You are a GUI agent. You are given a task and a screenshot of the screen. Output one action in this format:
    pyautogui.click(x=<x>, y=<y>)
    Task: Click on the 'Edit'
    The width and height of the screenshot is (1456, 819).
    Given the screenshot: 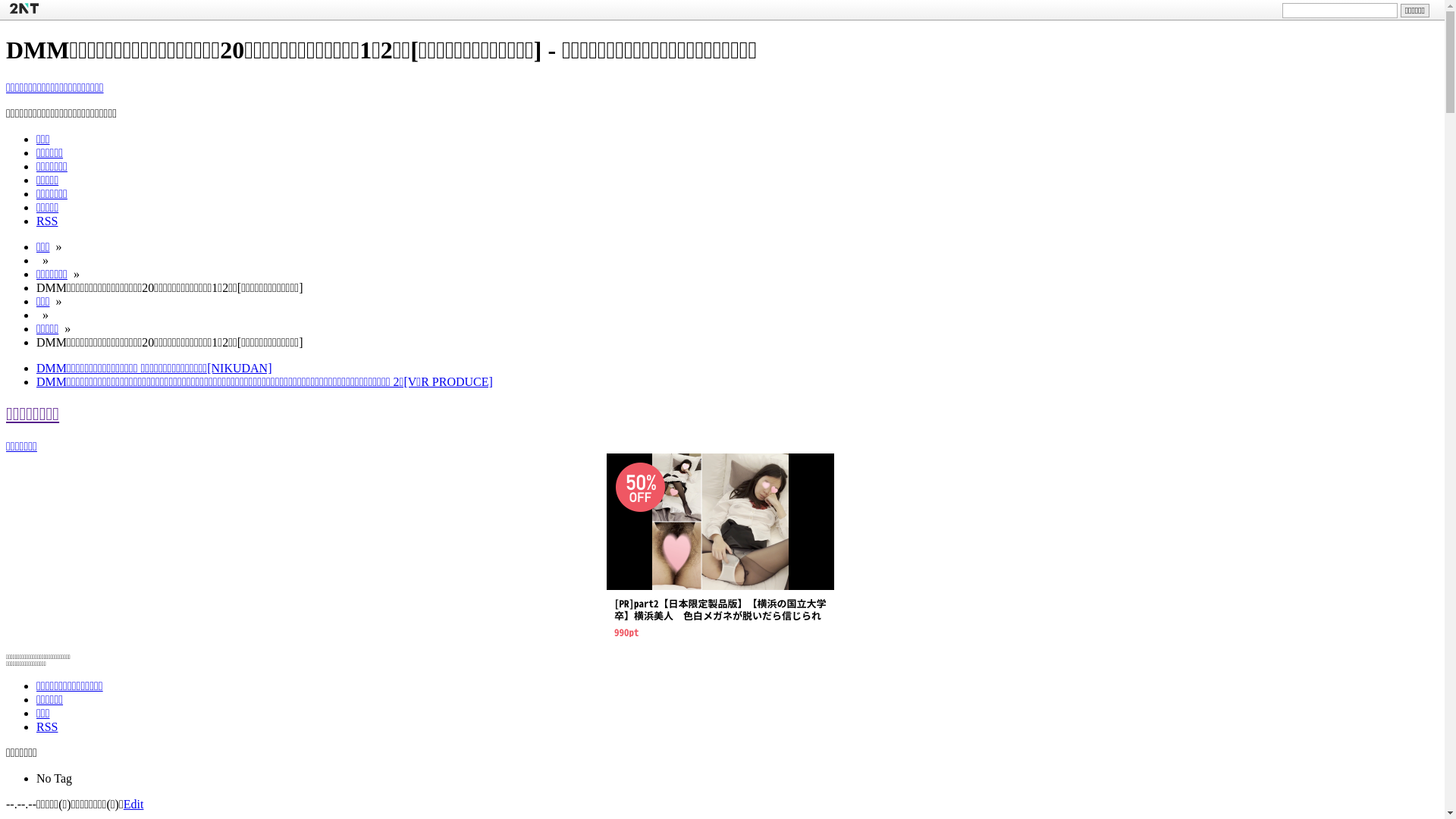 What is the action you would take?
    pyautogui.click(x=124, y=803)
    